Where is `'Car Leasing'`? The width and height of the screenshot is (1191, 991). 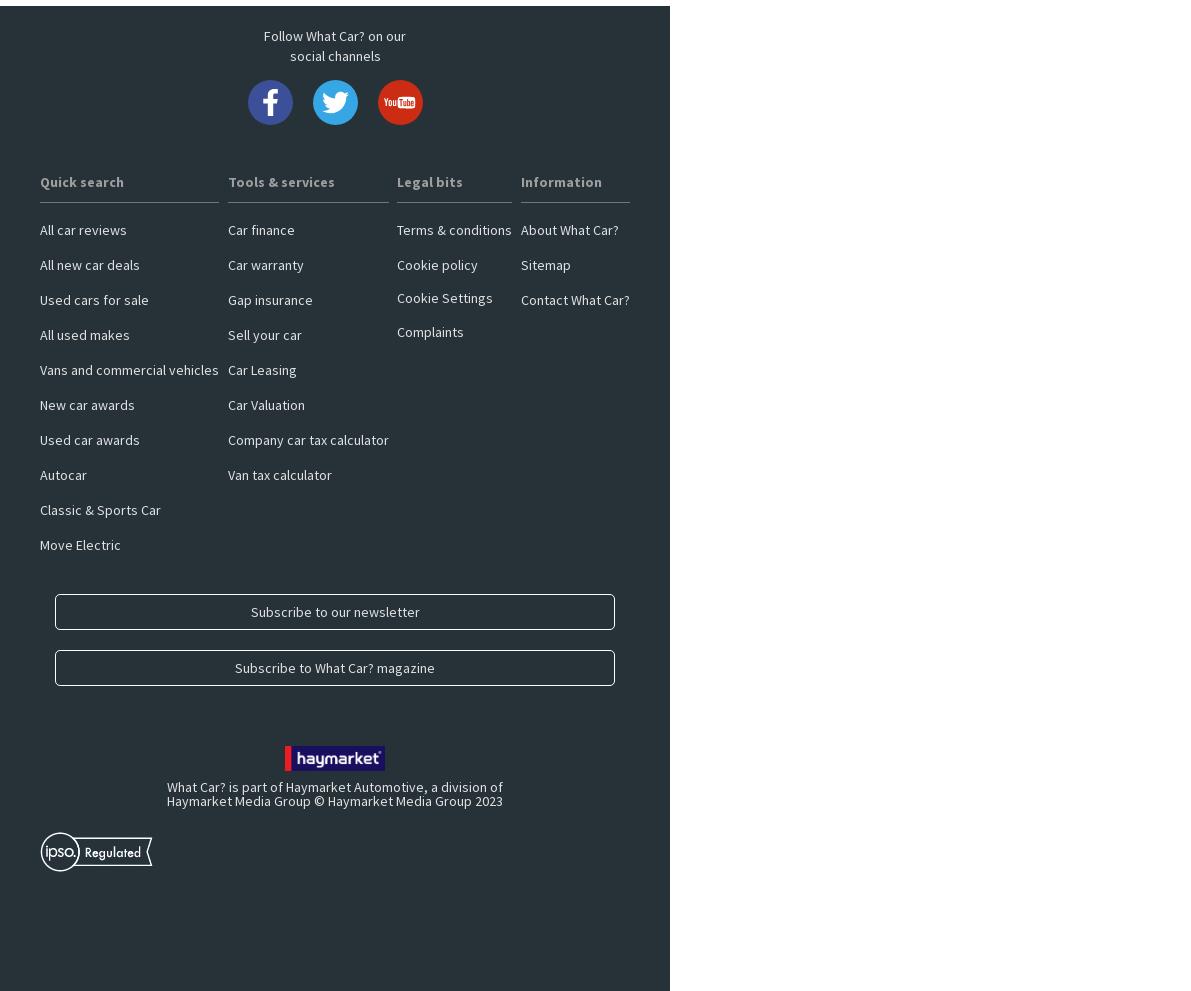 'Car Leasing' is located at coordinates (260, 368).